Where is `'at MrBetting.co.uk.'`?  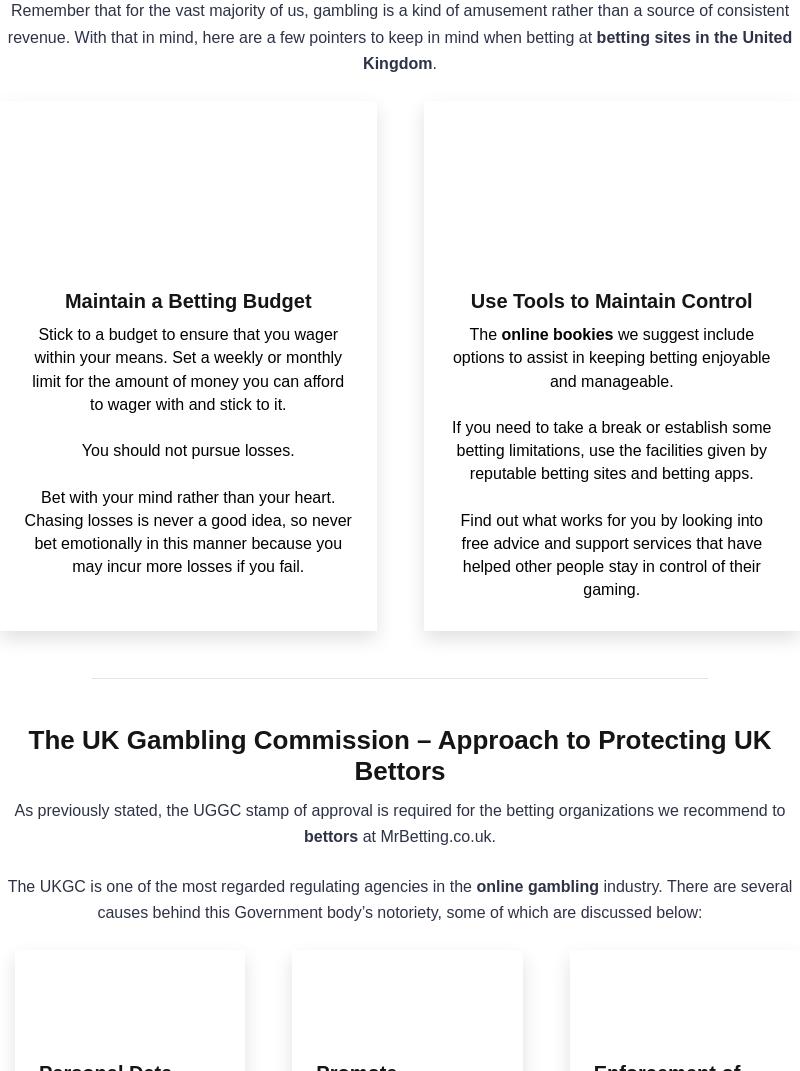
'at MrBetting.co.uk.' is located at coordinates (426, 834).